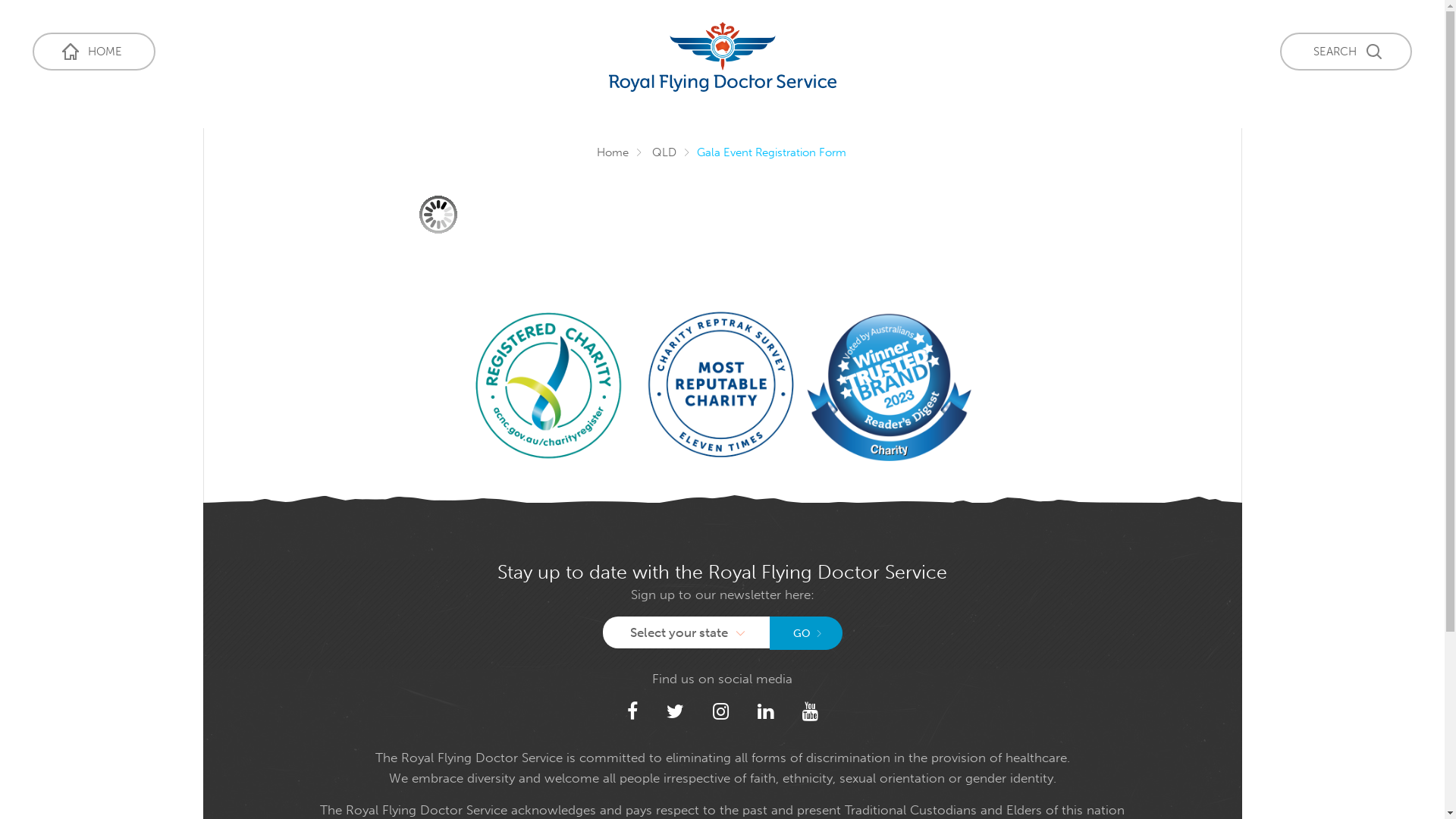  I want to click on 'Instagram', so click(720, 711).